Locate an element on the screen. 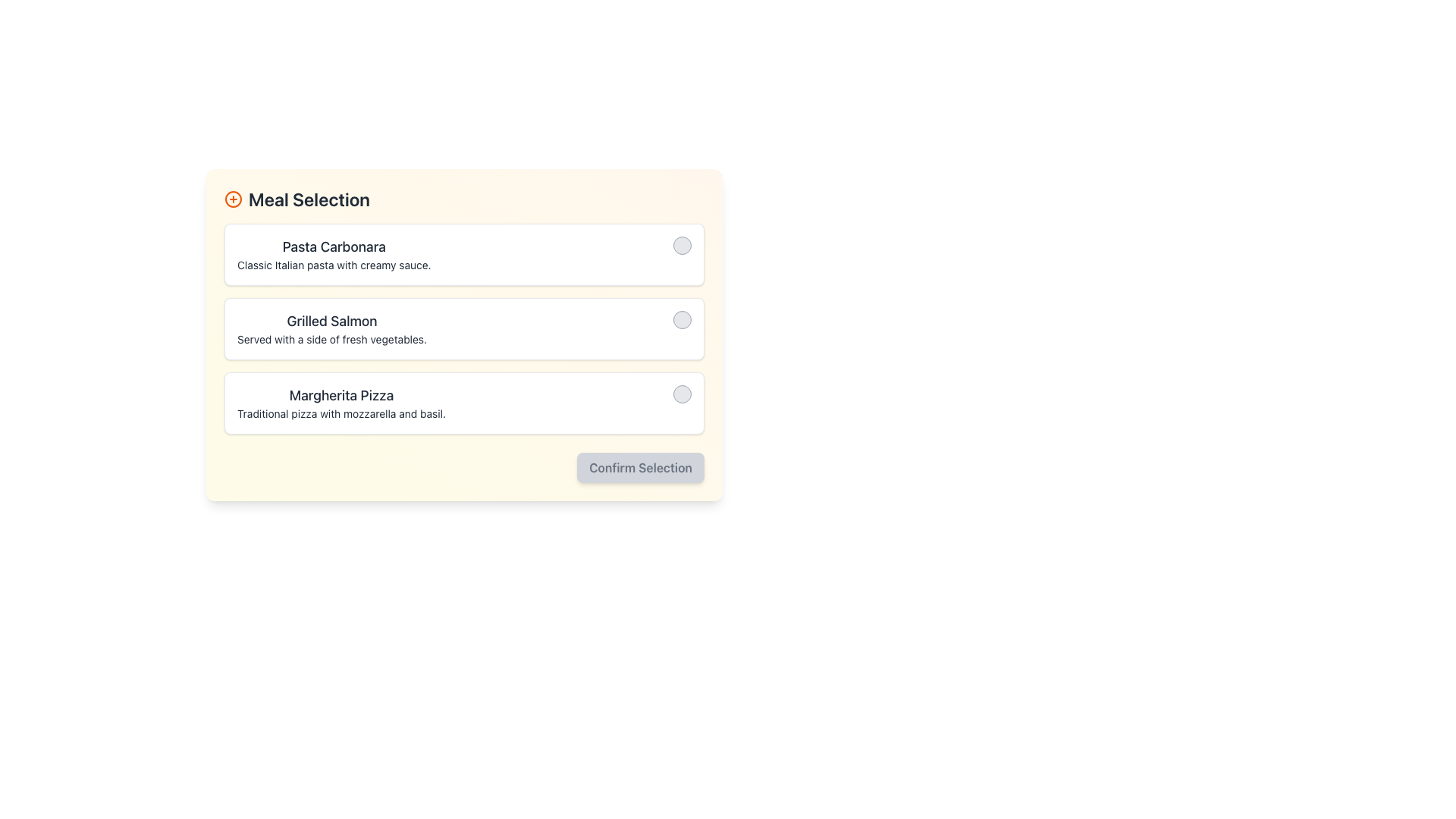 This screenshot has width=1456, height=819. the first item in the meal selection options is located at coordinates (463, 253).